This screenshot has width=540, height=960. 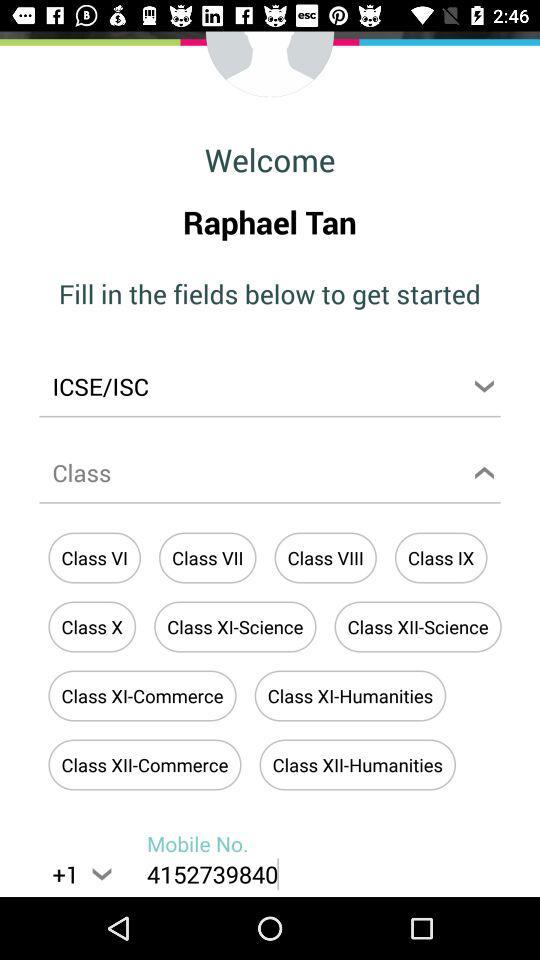 I want to click on this is where a profile image would go, so click(x=270, y=65).